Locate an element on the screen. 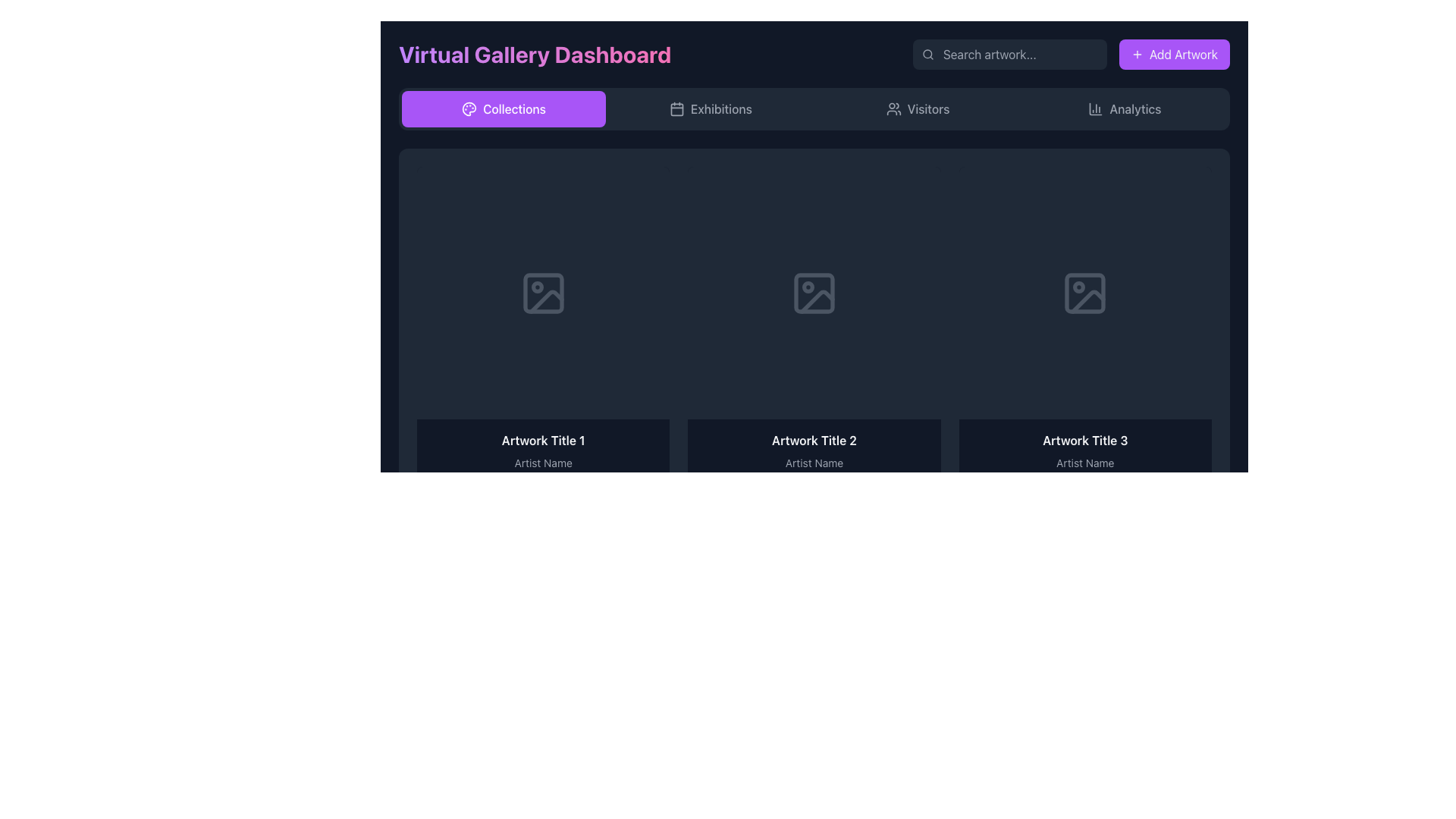  the decorative graphical element (rectangle) located inside the image icon, positioned above 'Artwork Title 2' and 'Artist Name' is located at coordinates (814, 293).